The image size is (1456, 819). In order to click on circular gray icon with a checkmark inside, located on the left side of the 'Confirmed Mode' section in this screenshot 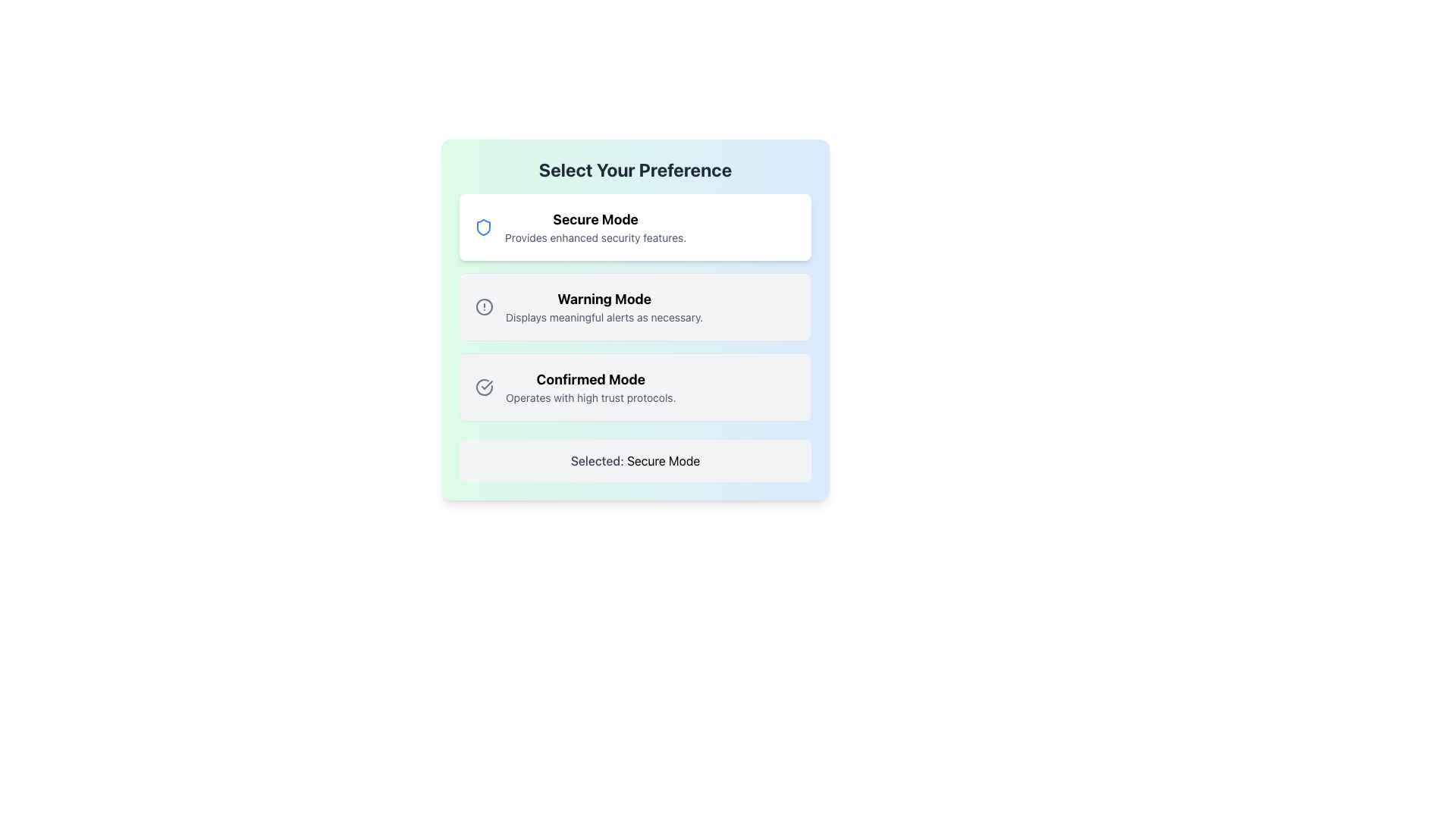, I will do `click(483, 386)`.